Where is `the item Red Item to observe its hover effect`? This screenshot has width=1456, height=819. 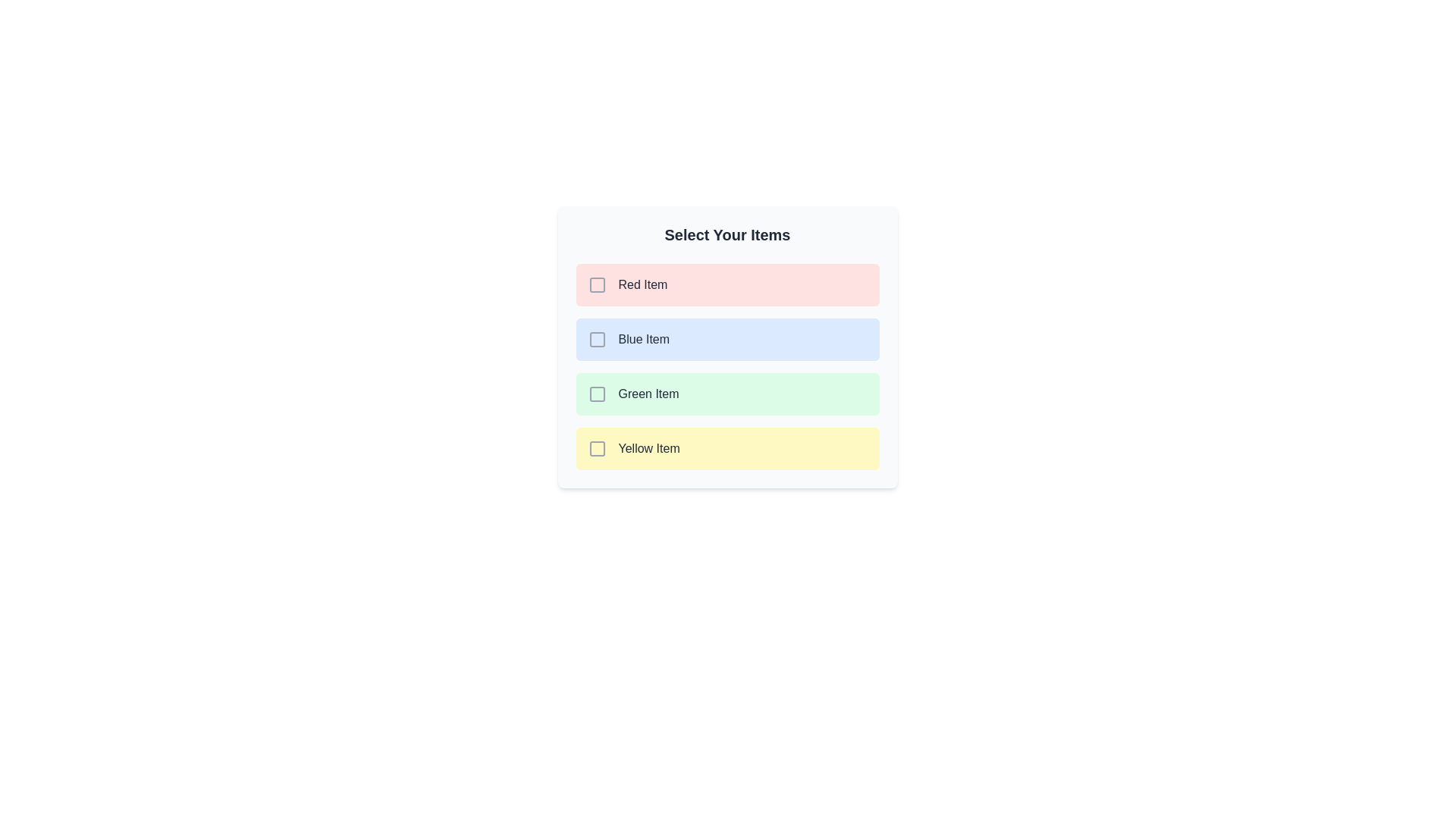 the item Red Item to observe its hover effect is located at coordinates (726, 284).